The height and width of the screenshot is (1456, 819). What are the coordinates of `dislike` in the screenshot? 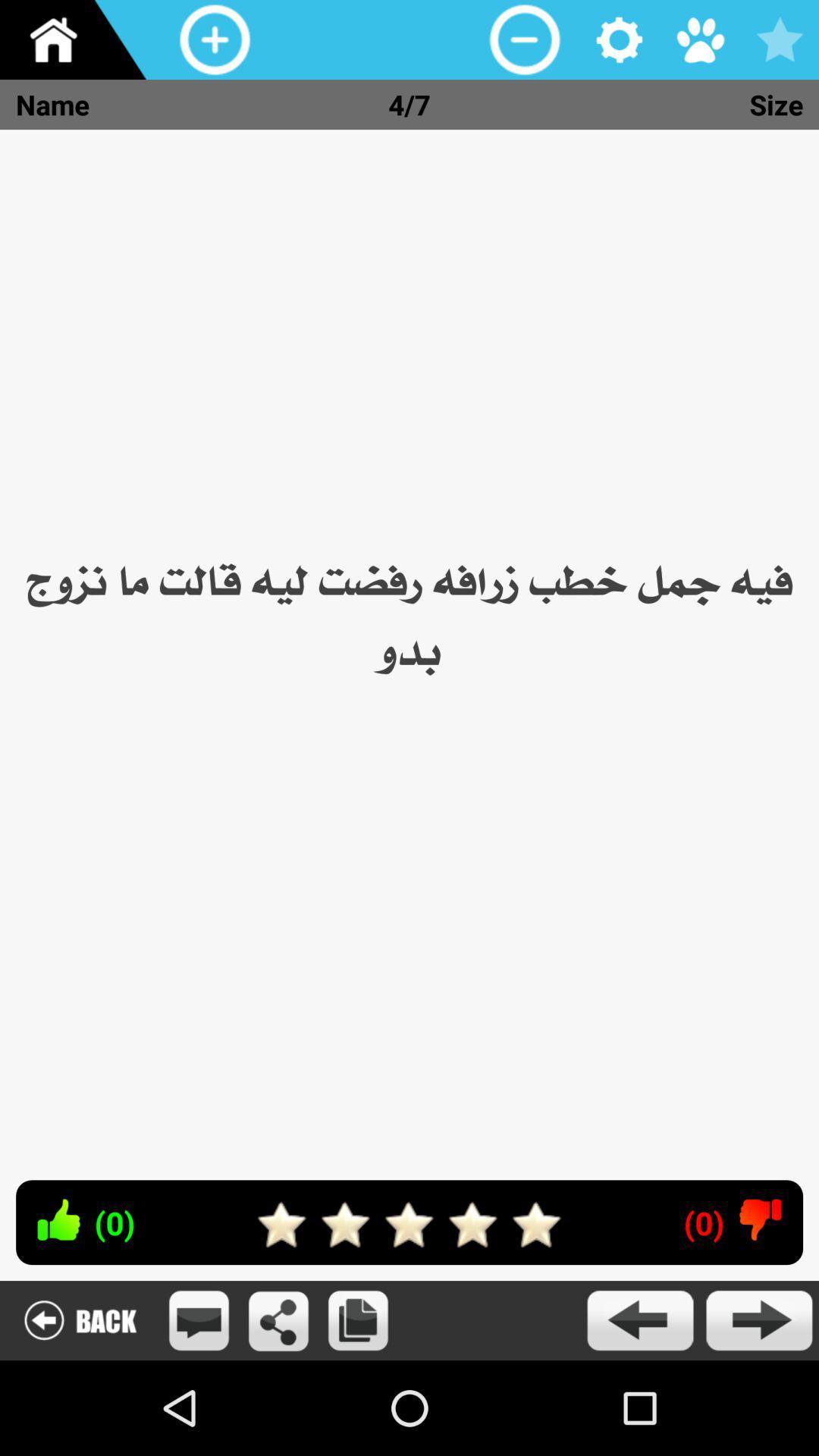 It's located at (761, 1219).